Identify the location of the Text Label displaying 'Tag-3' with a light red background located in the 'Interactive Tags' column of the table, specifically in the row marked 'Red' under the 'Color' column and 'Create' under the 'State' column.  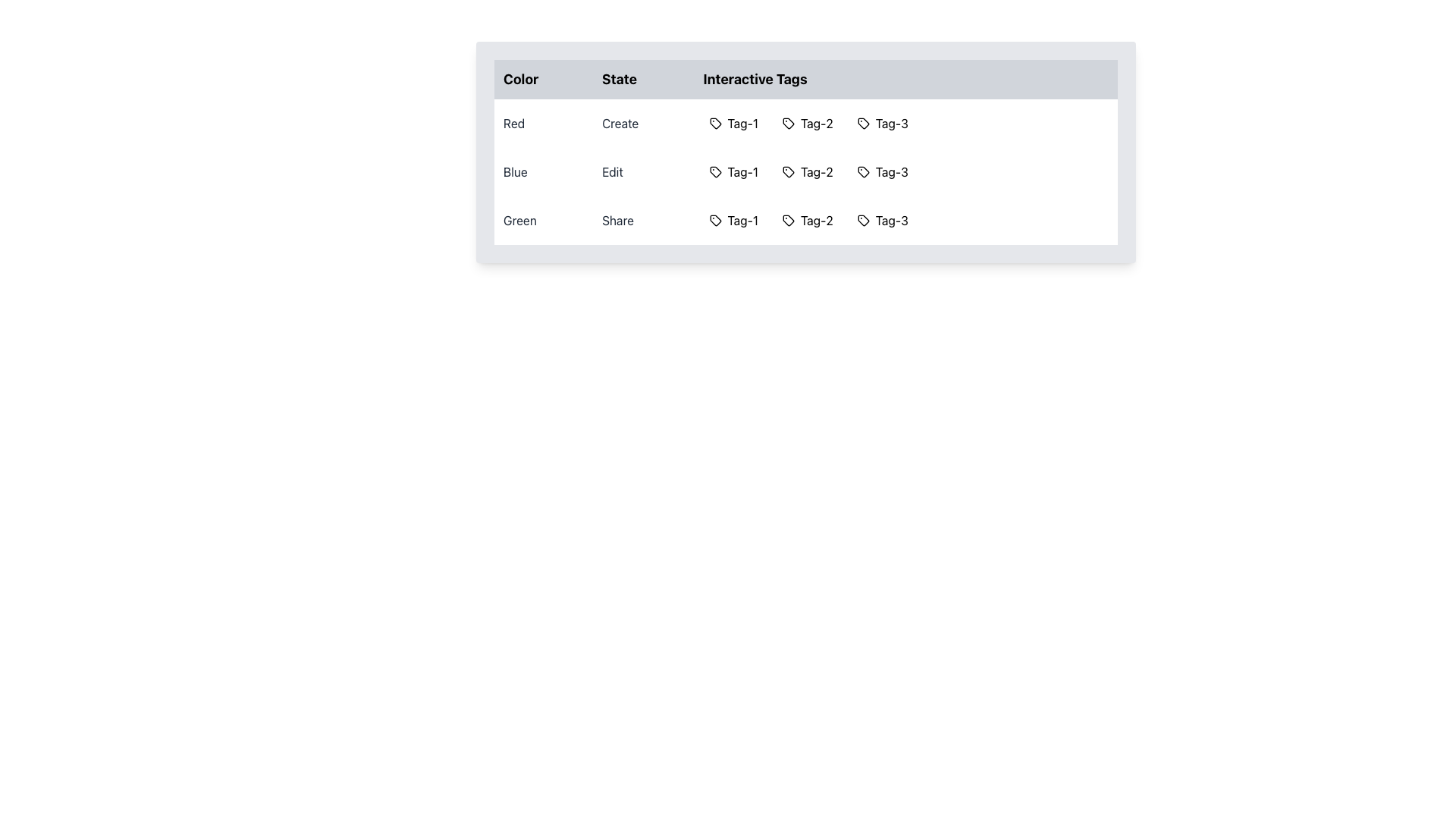
(892, 122).